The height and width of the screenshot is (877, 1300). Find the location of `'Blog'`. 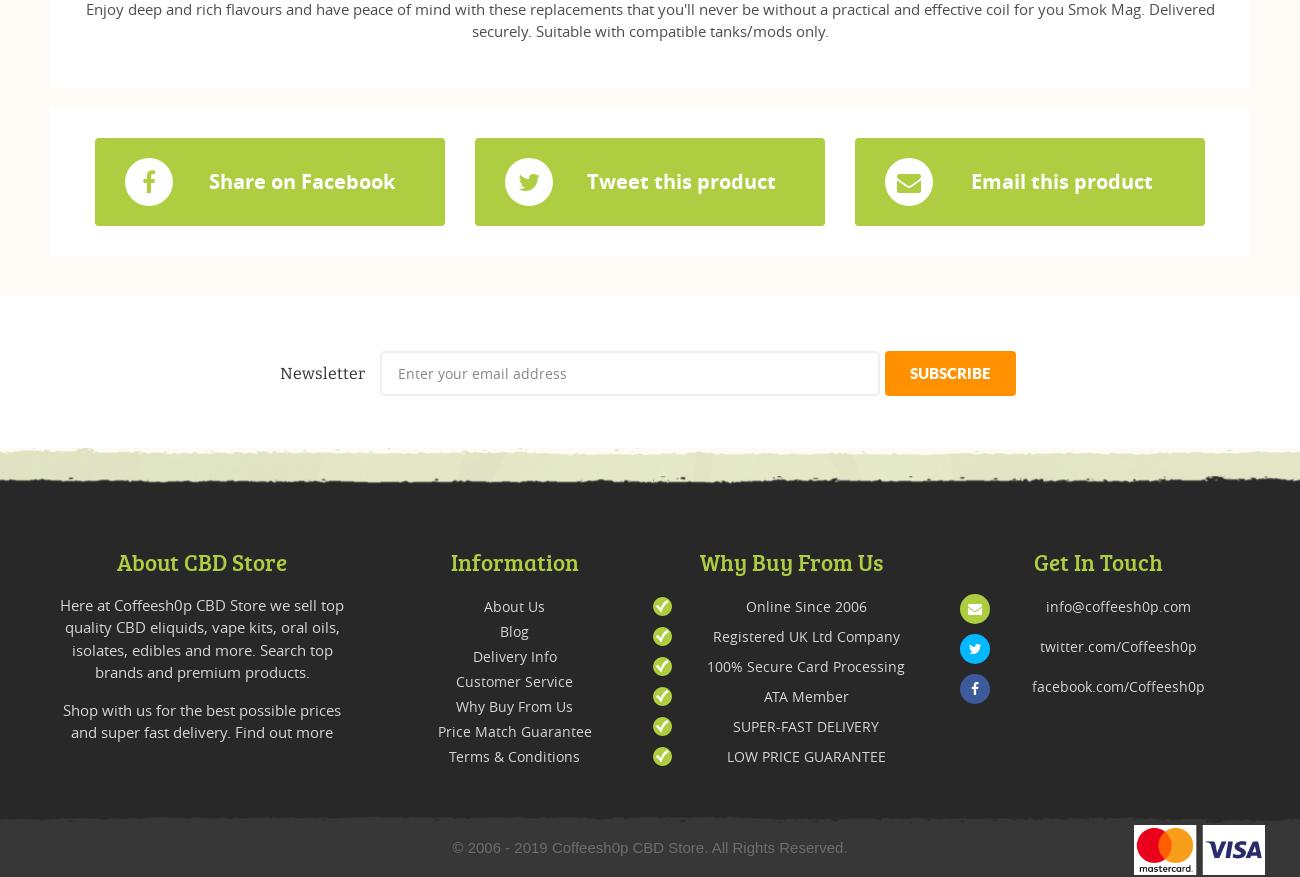

'Blog' is located at coordinates (514, 629).